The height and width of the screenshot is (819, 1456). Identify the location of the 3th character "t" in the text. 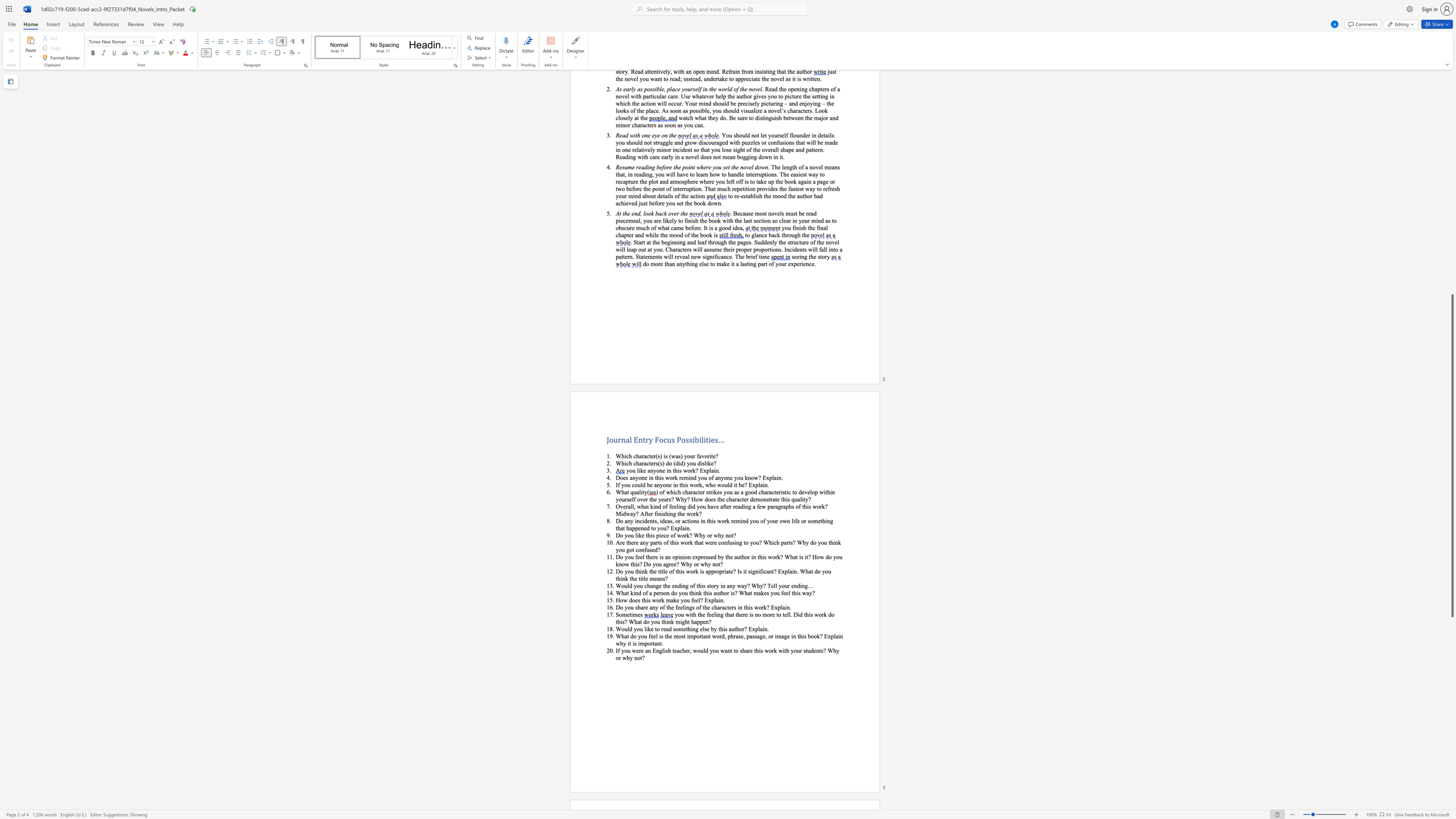
(709, 585).